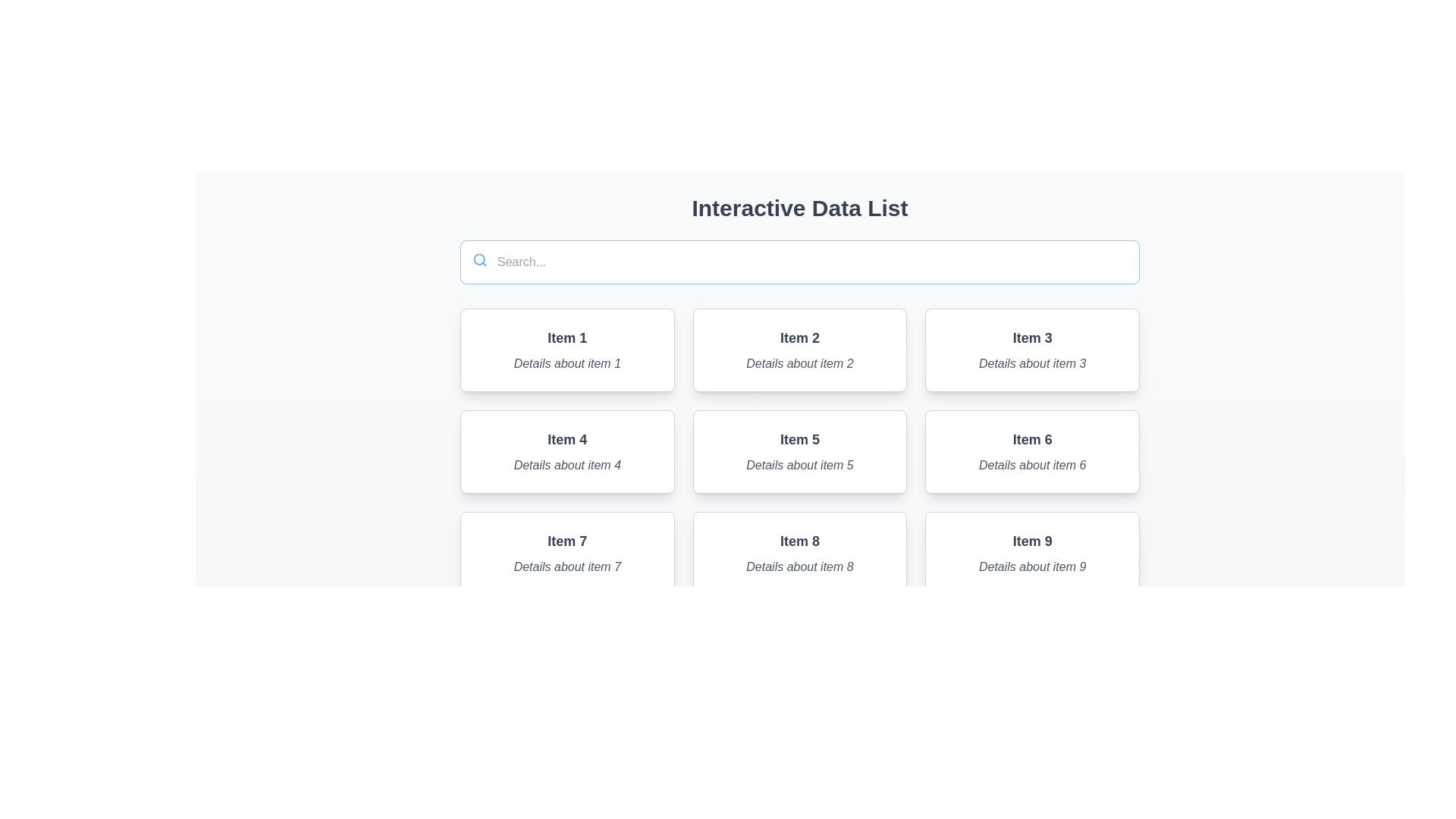  I want to click on the text label or heading that serves as the title for the card labeled 'Item 6 Details about item 6', located at the top of the card in the second row, third column of the grid layout, so click(1031, 439).